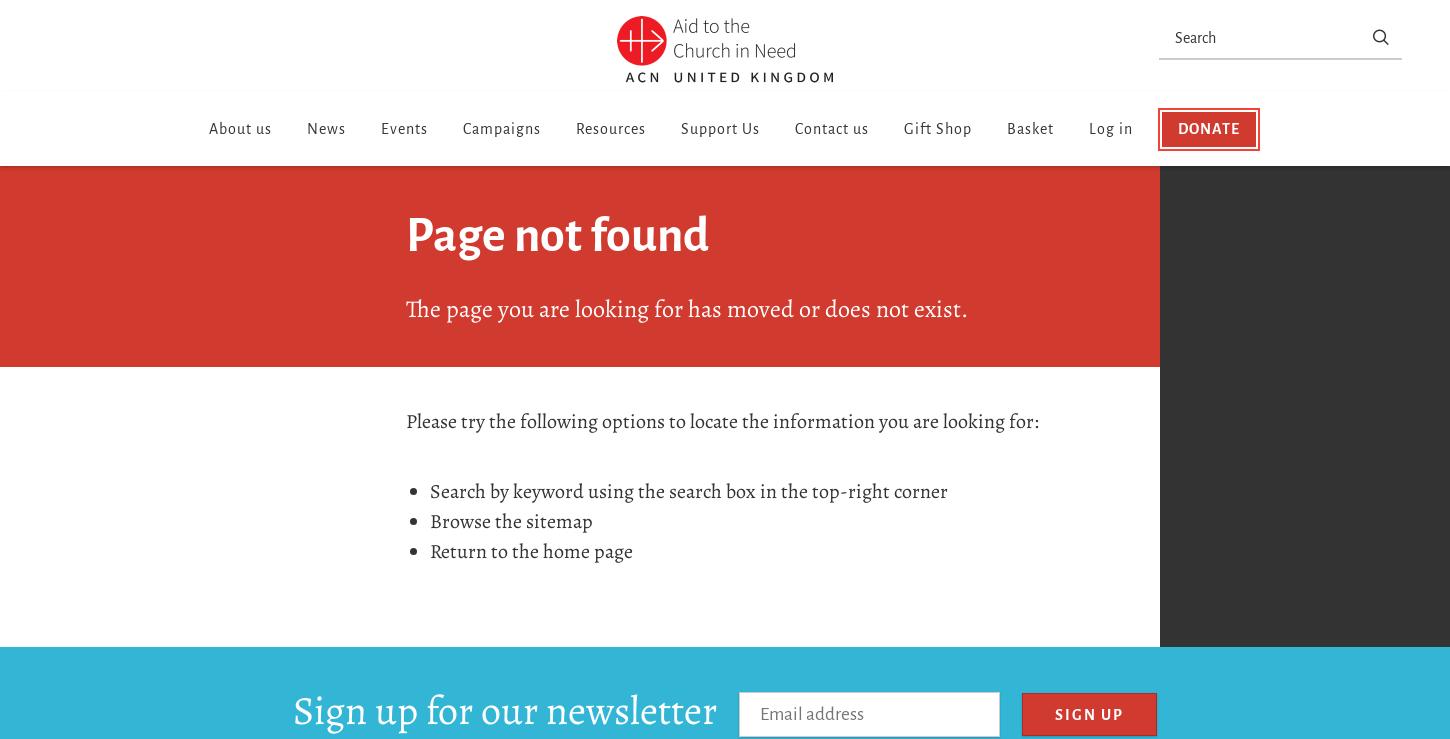 This screenshot has height=739, width=1450. I want to click on 'Return to the', so click(486, 550).